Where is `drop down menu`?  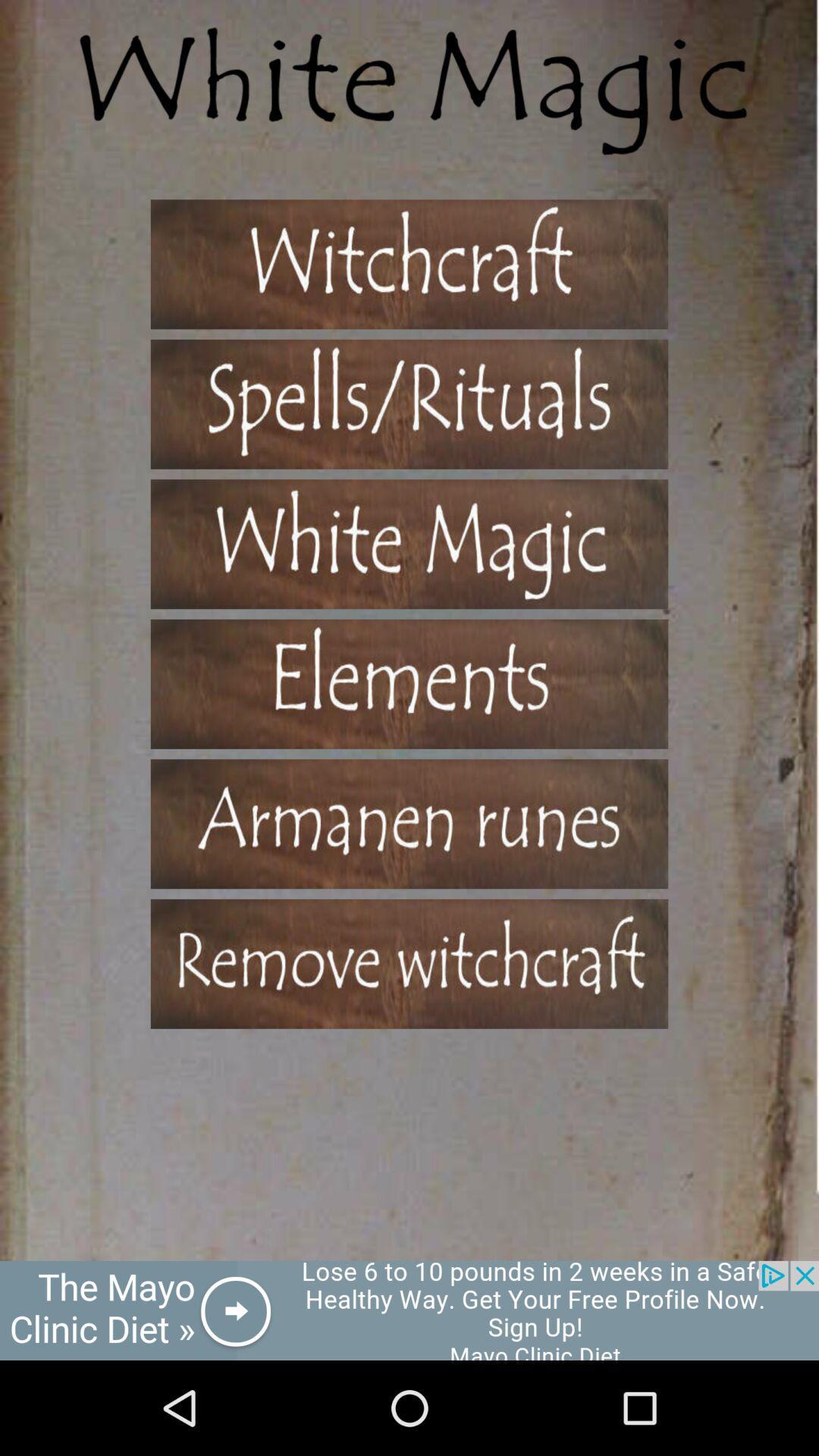
drop down menu is located at coordinates (409, 823).